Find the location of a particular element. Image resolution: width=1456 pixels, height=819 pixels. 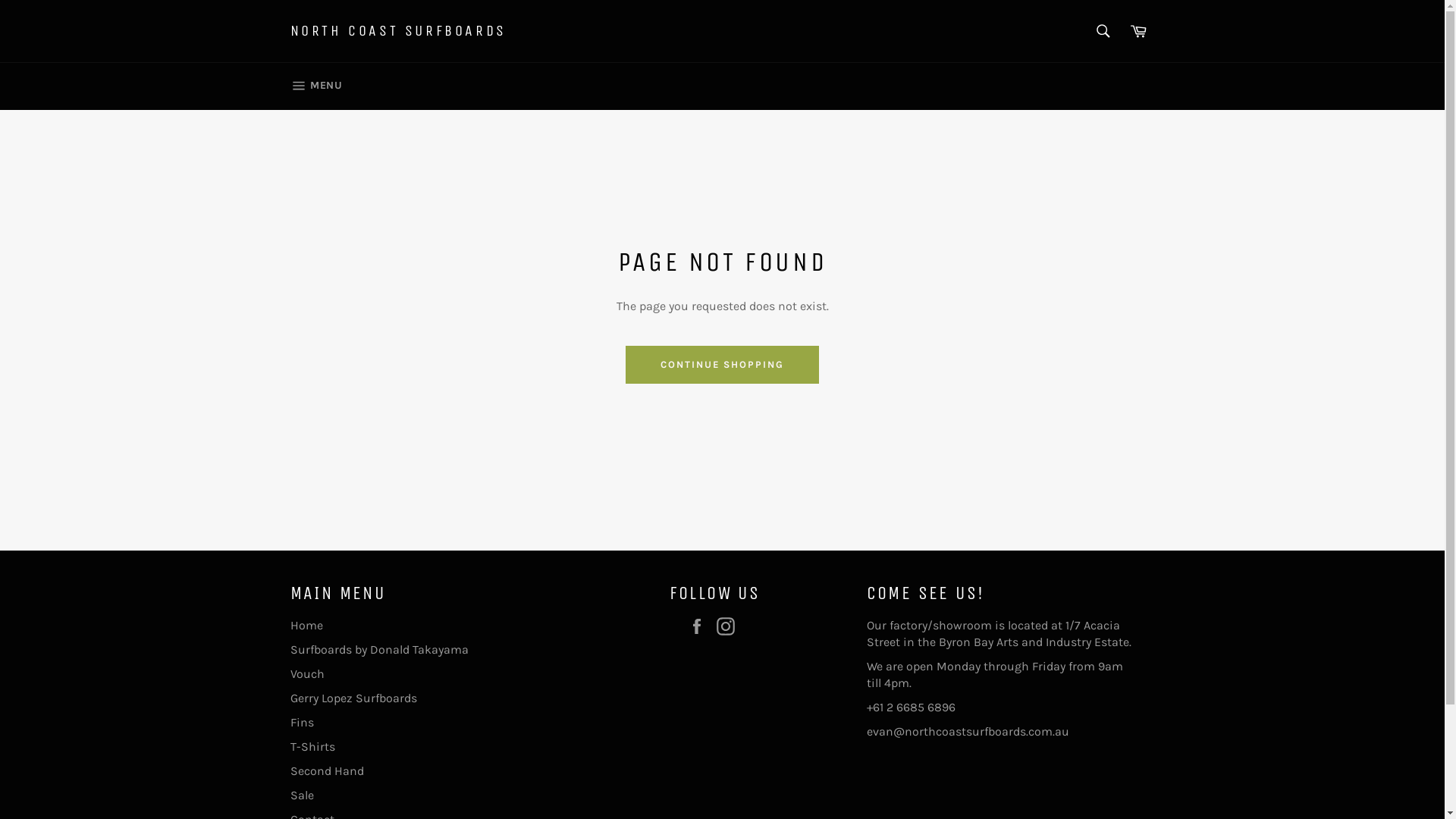

'NORTH COAST SURFBOARDS' is located at coordinates (397, 31).